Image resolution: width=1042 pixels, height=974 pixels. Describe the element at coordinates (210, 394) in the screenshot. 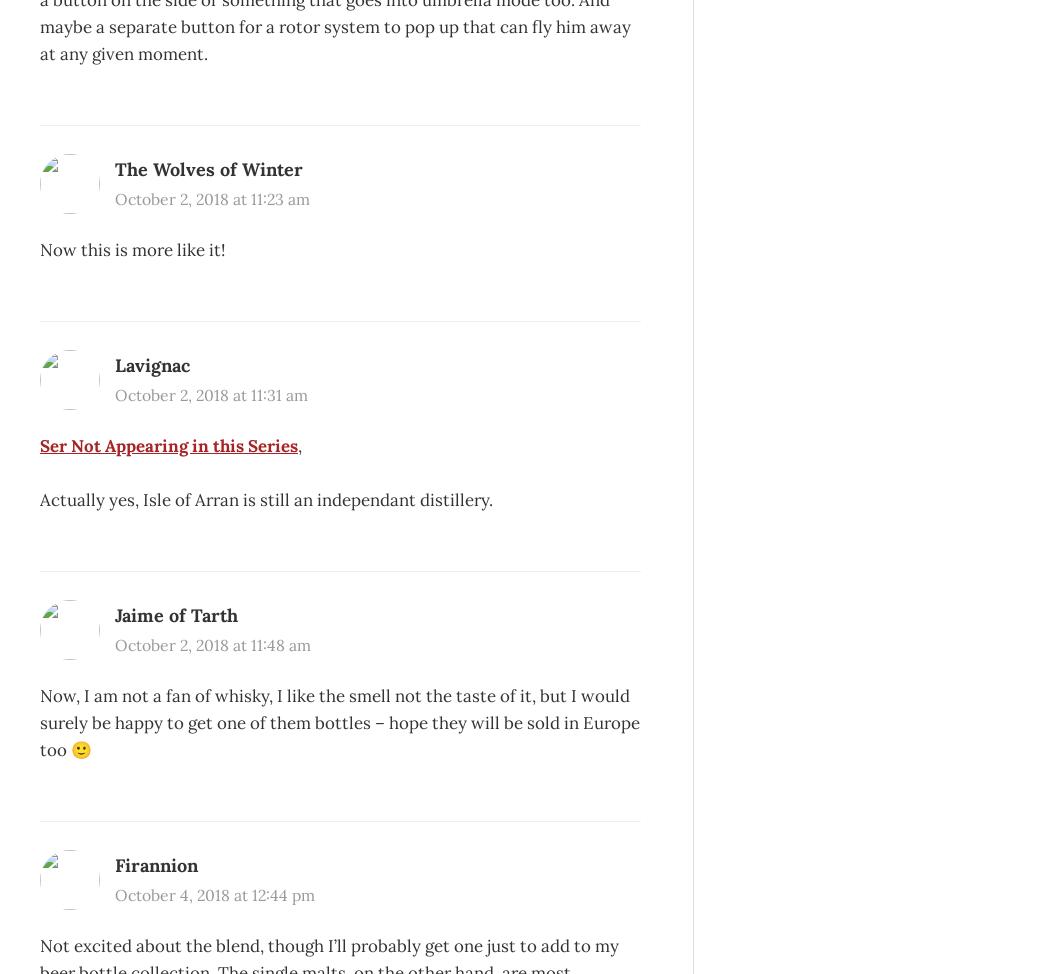

I see `'October 2, 2018 at 11:31 am'` at that location.